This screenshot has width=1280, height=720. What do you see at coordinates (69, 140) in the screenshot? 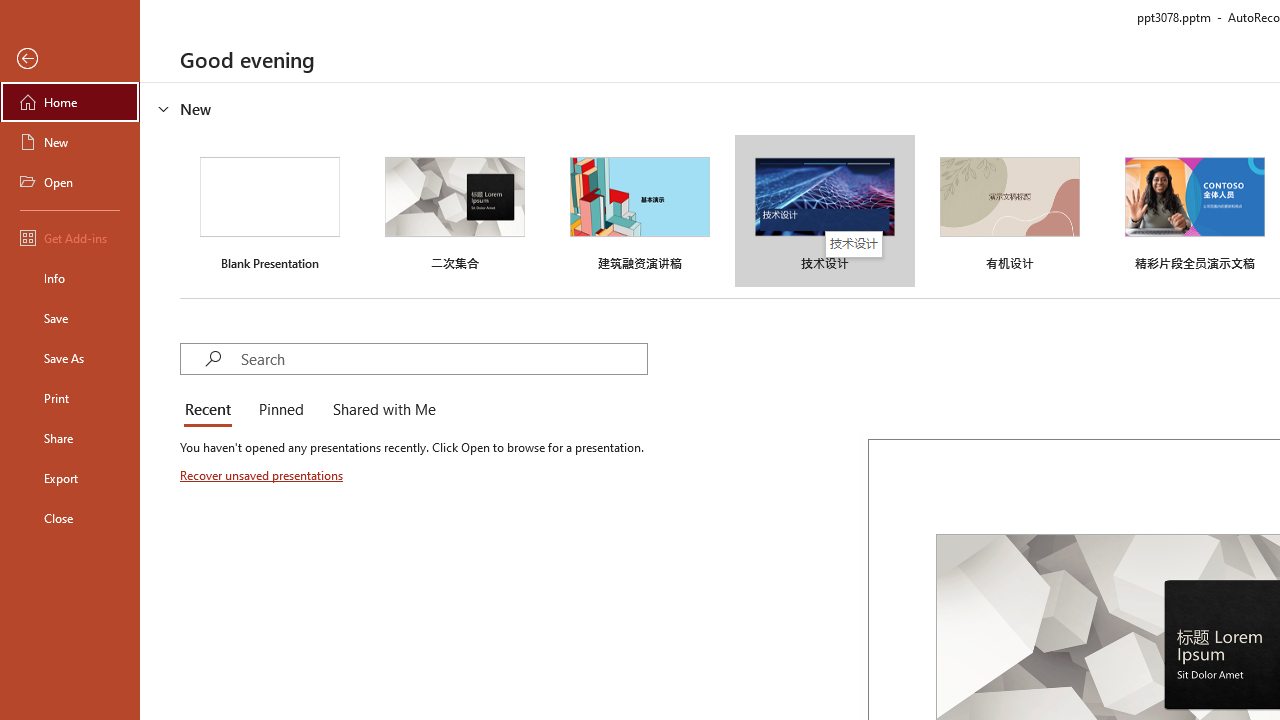
I see `'New'` at bounding box center [69, 140].